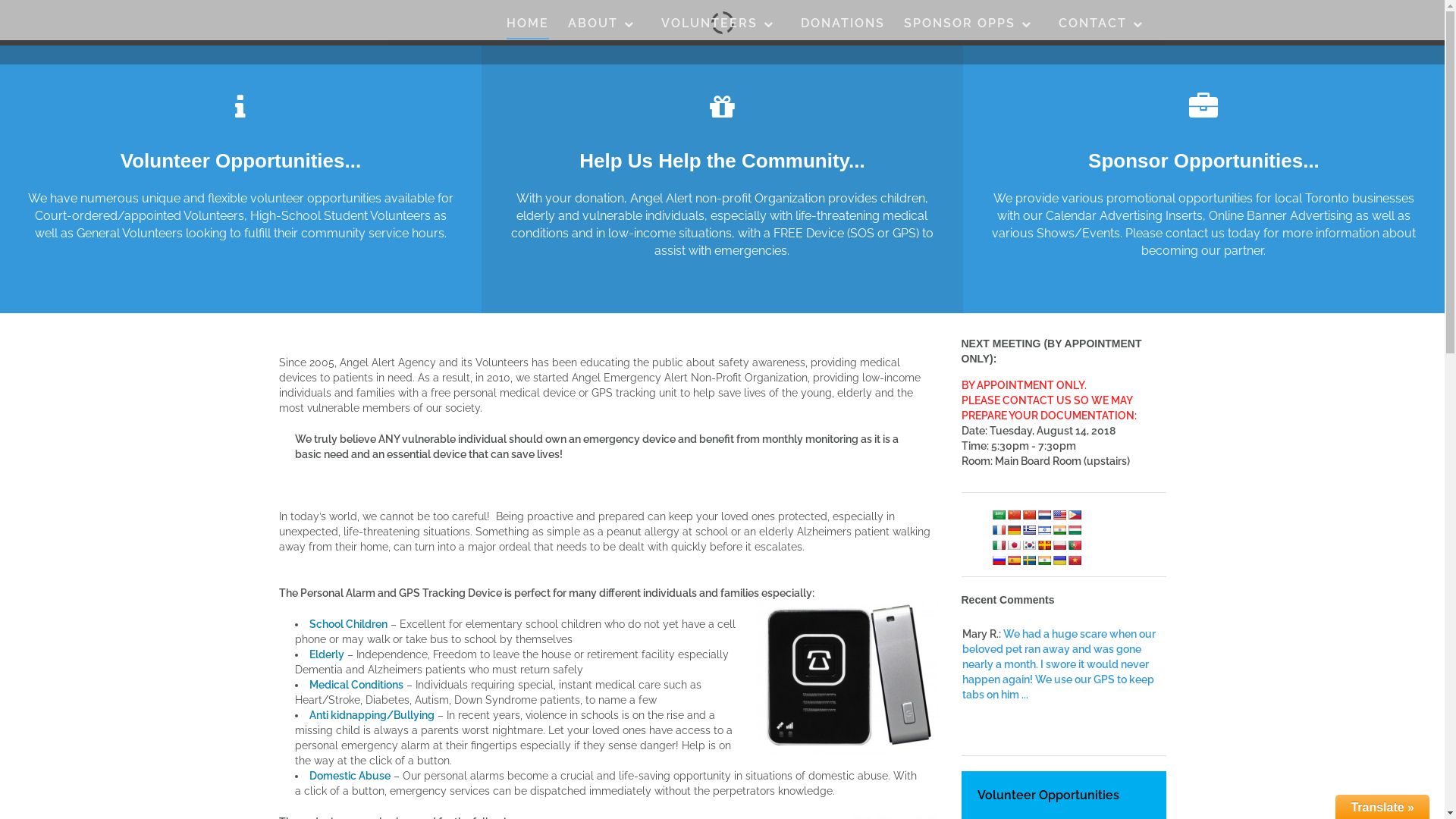 The width and height of the screenshot is (1456, 819). I want to click on 'Hindi', so click(1058, 529).